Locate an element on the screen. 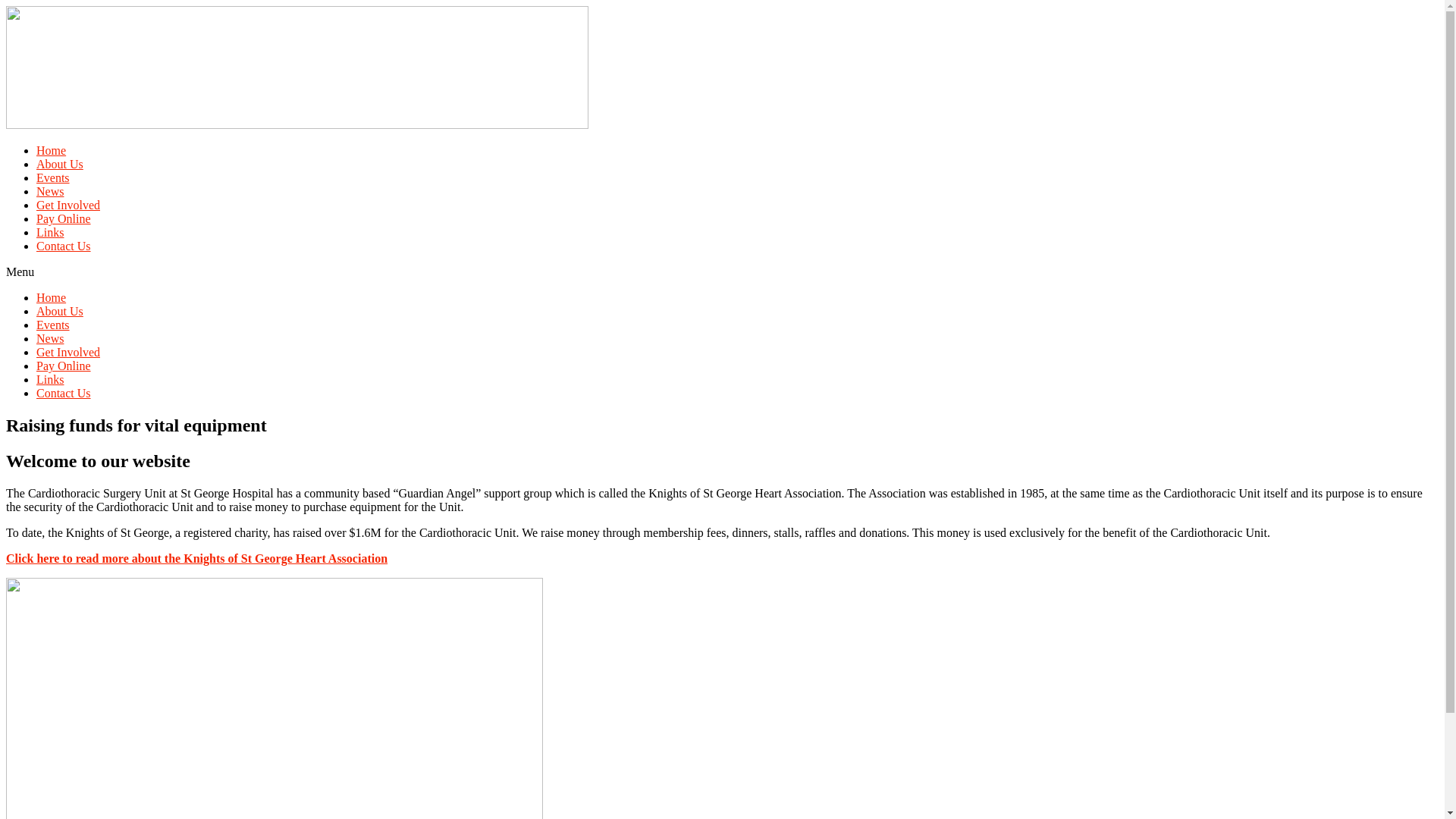  'Get Involved' is located at coordinates (67, 205).